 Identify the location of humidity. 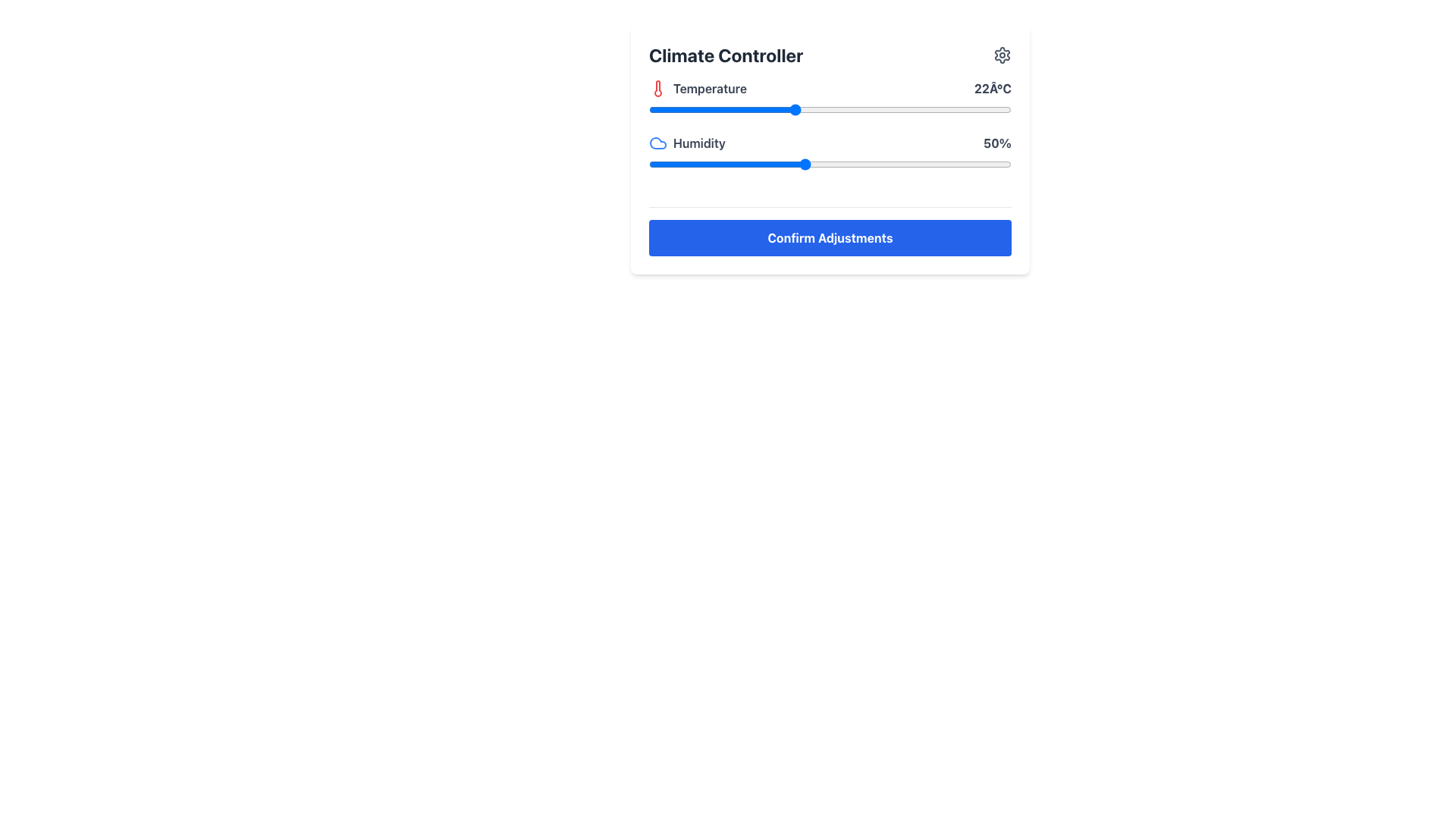
(829, 164).